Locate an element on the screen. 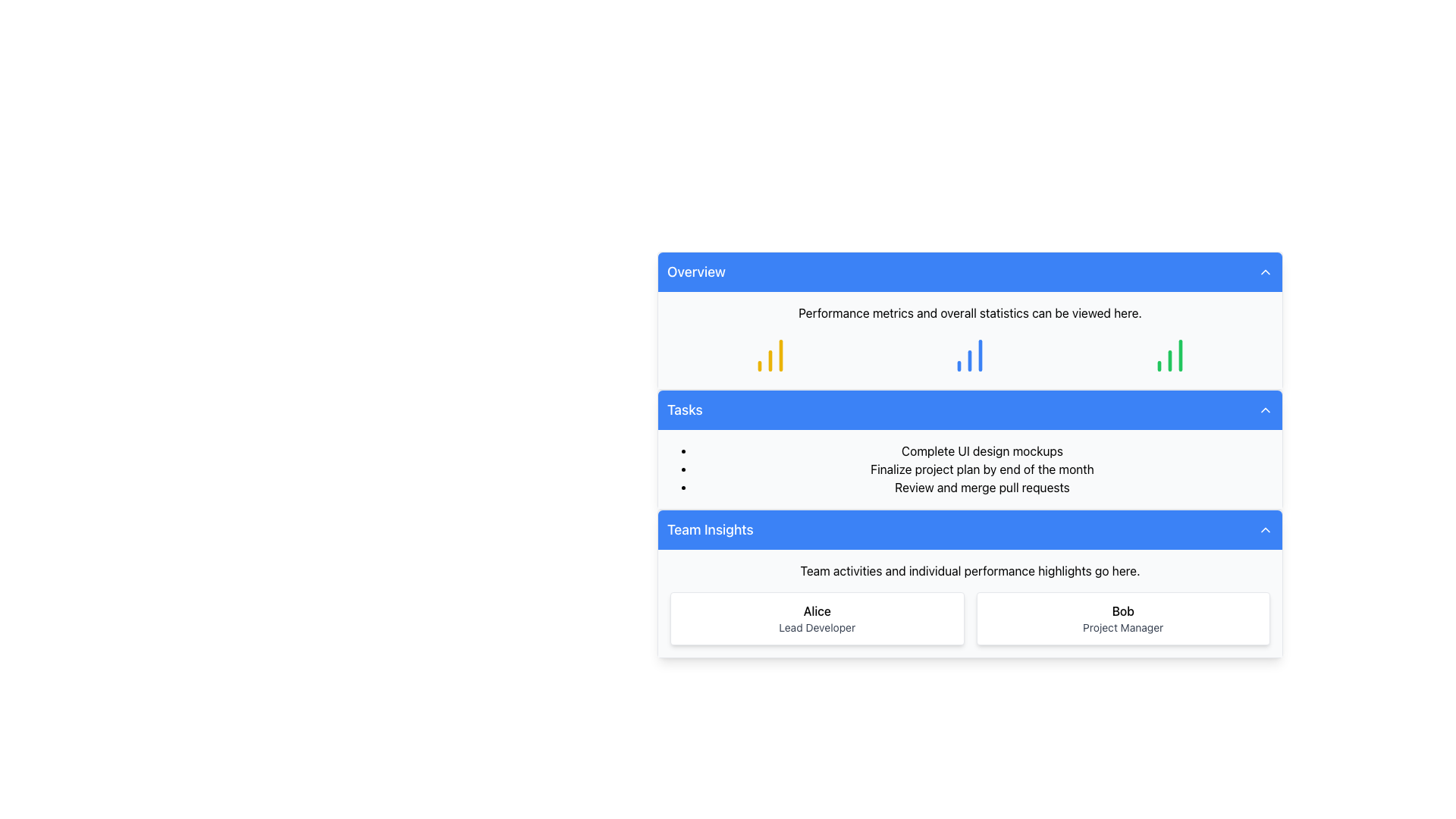  the Text List displaying tasks within the 'Tasks' card, located below the blue header is located at coordinates (969, 468).